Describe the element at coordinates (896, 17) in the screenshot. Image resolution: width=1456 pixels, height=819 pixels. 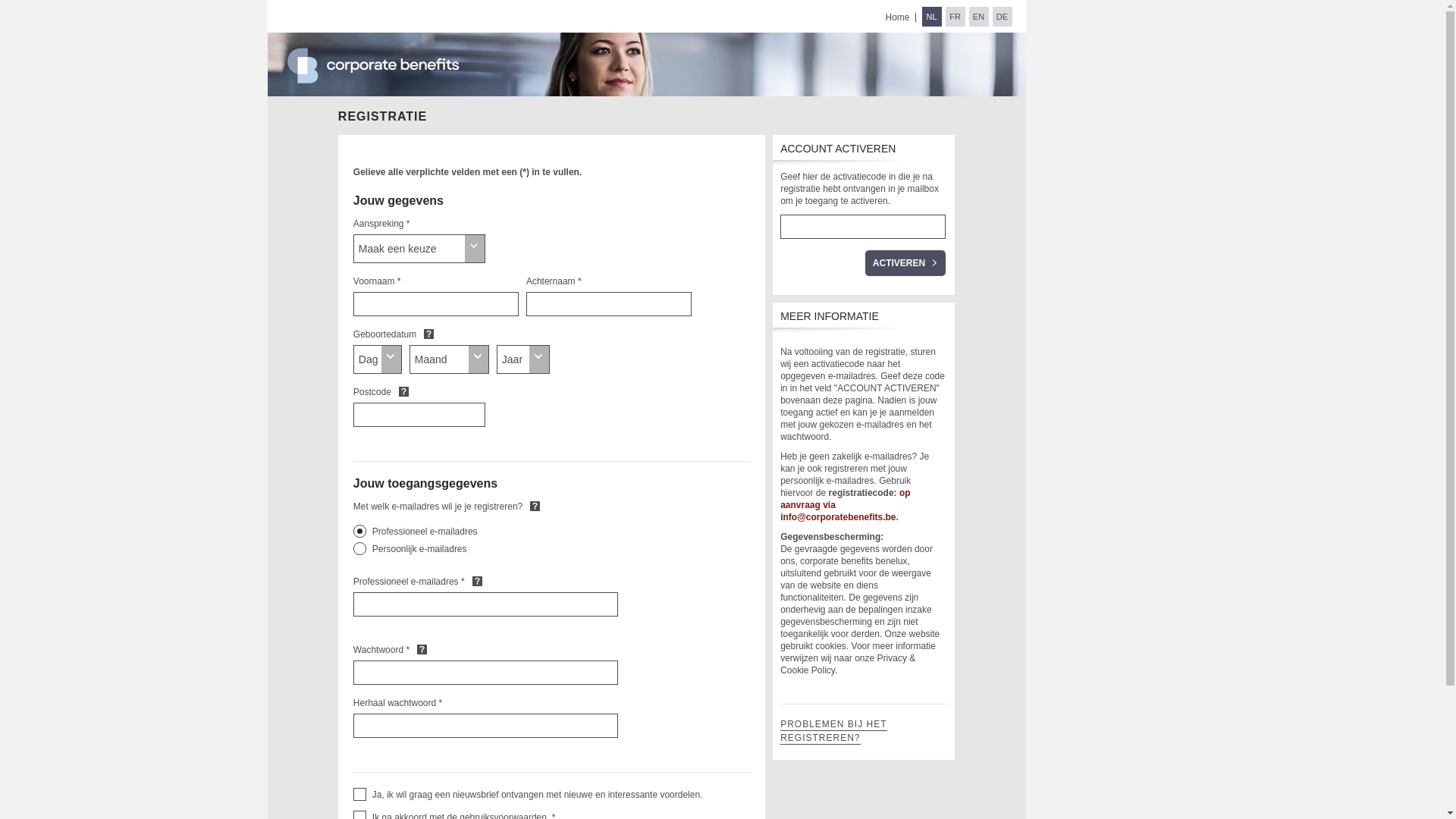
I see `'Home'` at that location.